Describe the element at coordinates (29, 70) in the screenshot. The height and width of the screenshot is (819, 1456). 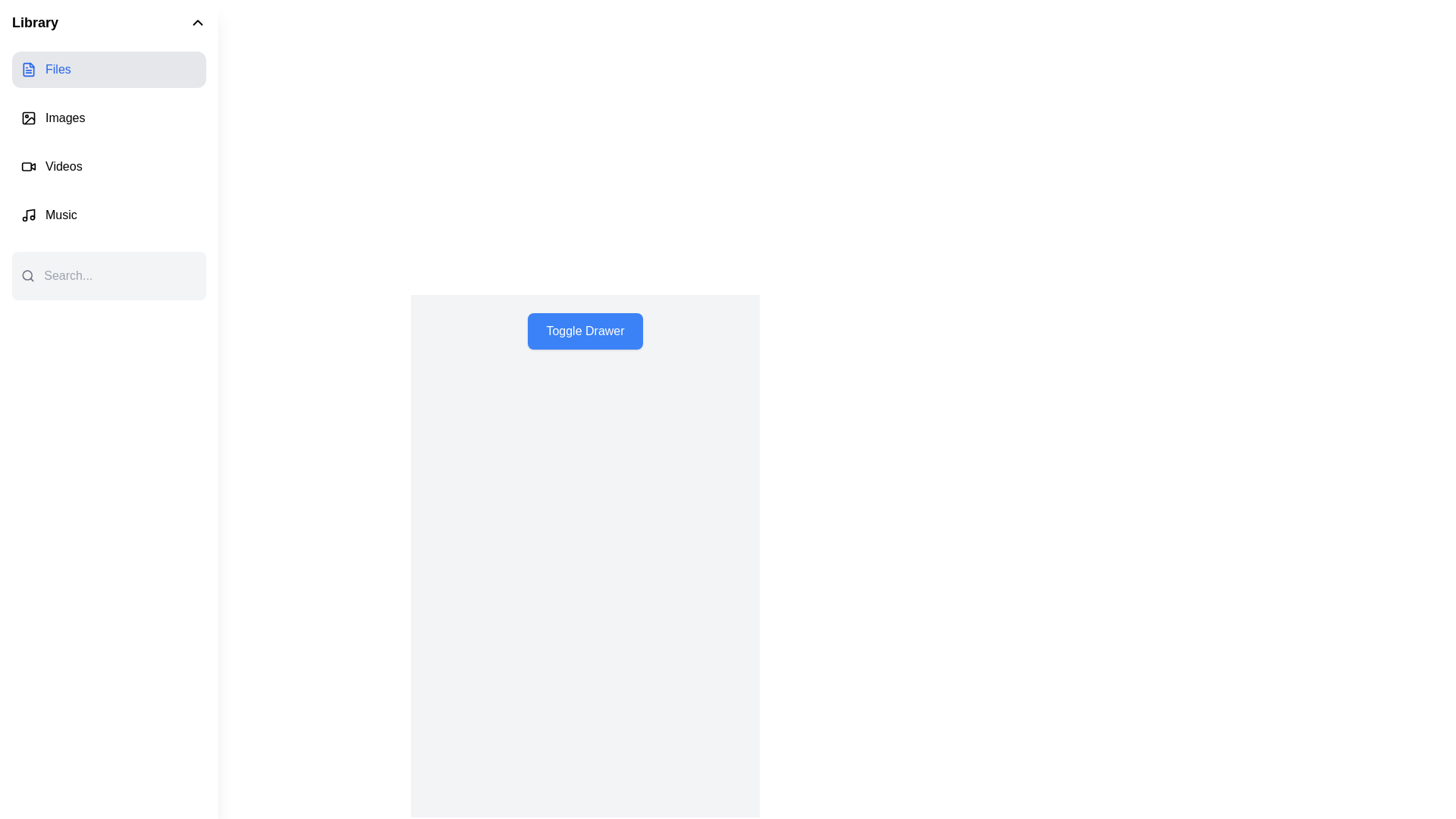
I see `the Graphic icon located at the top of the vertical list in the sidebar, adjacent to the 'Files' label` at that location.